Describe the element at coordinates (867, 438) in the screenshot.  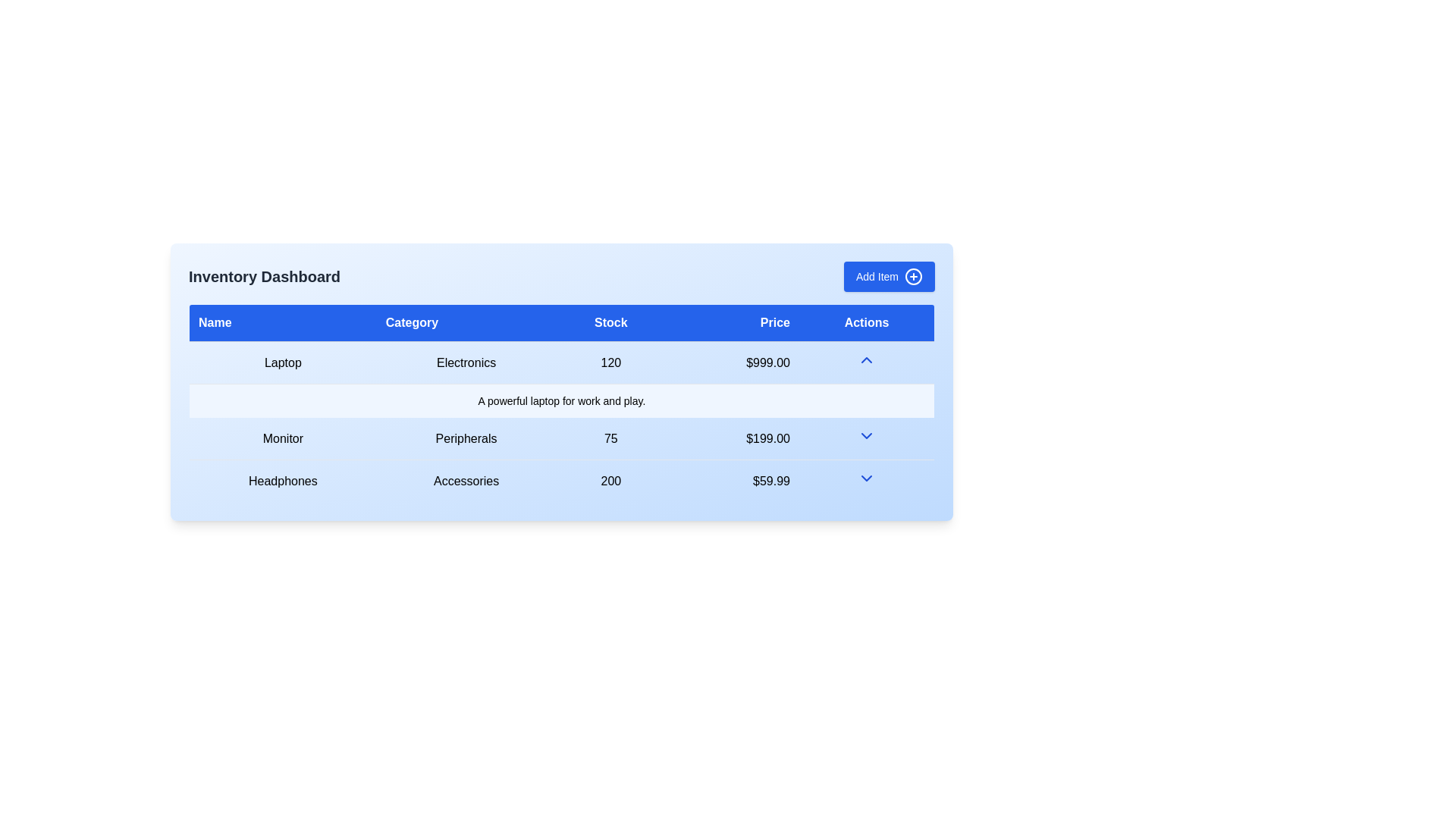
I see `the Chevron button in the rightmost column under the 'Actions' heading for the 'Monitor' item` at that location.